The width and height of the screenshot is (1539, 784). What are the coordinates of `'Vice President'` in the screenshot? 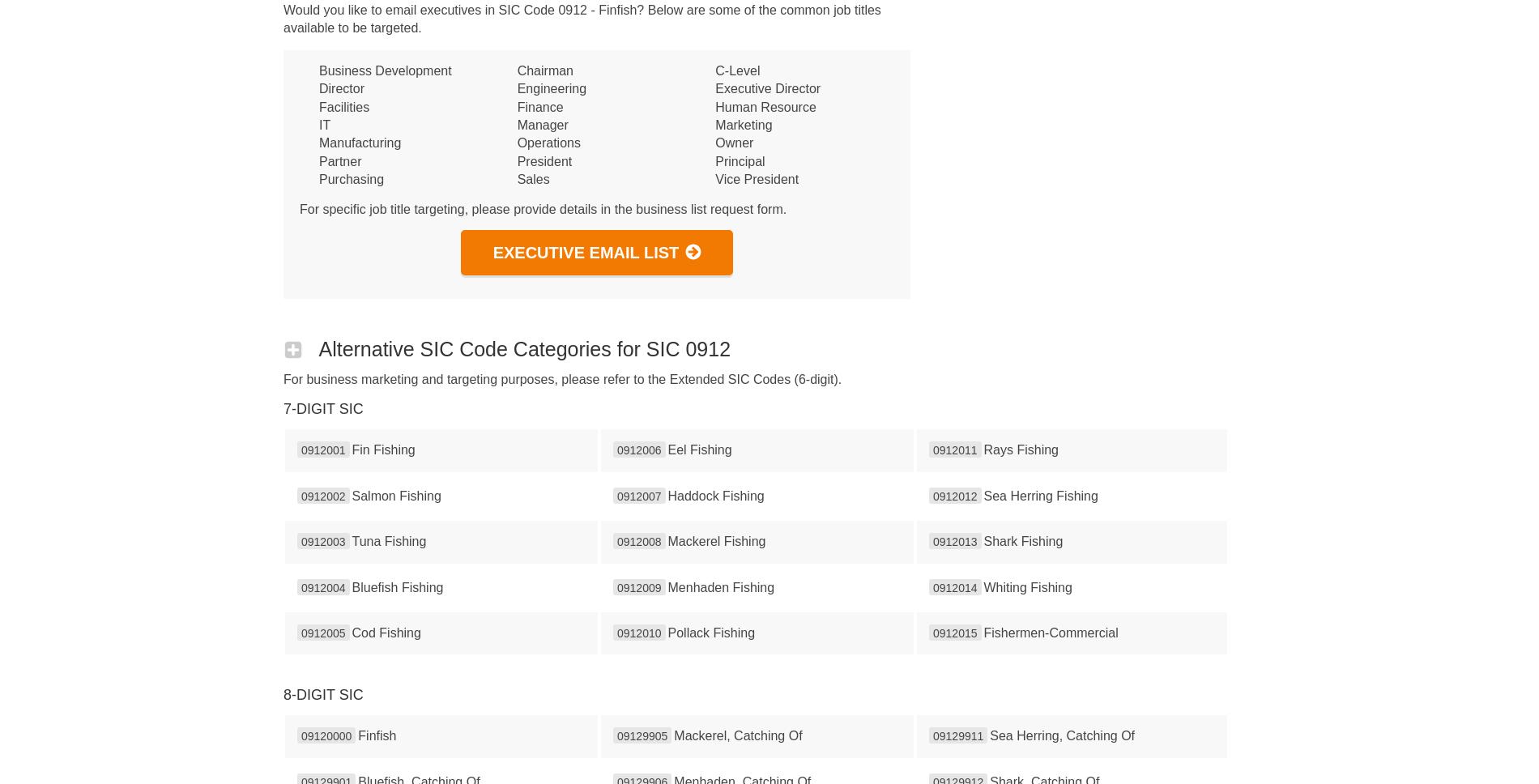 It's located at (756, 178).